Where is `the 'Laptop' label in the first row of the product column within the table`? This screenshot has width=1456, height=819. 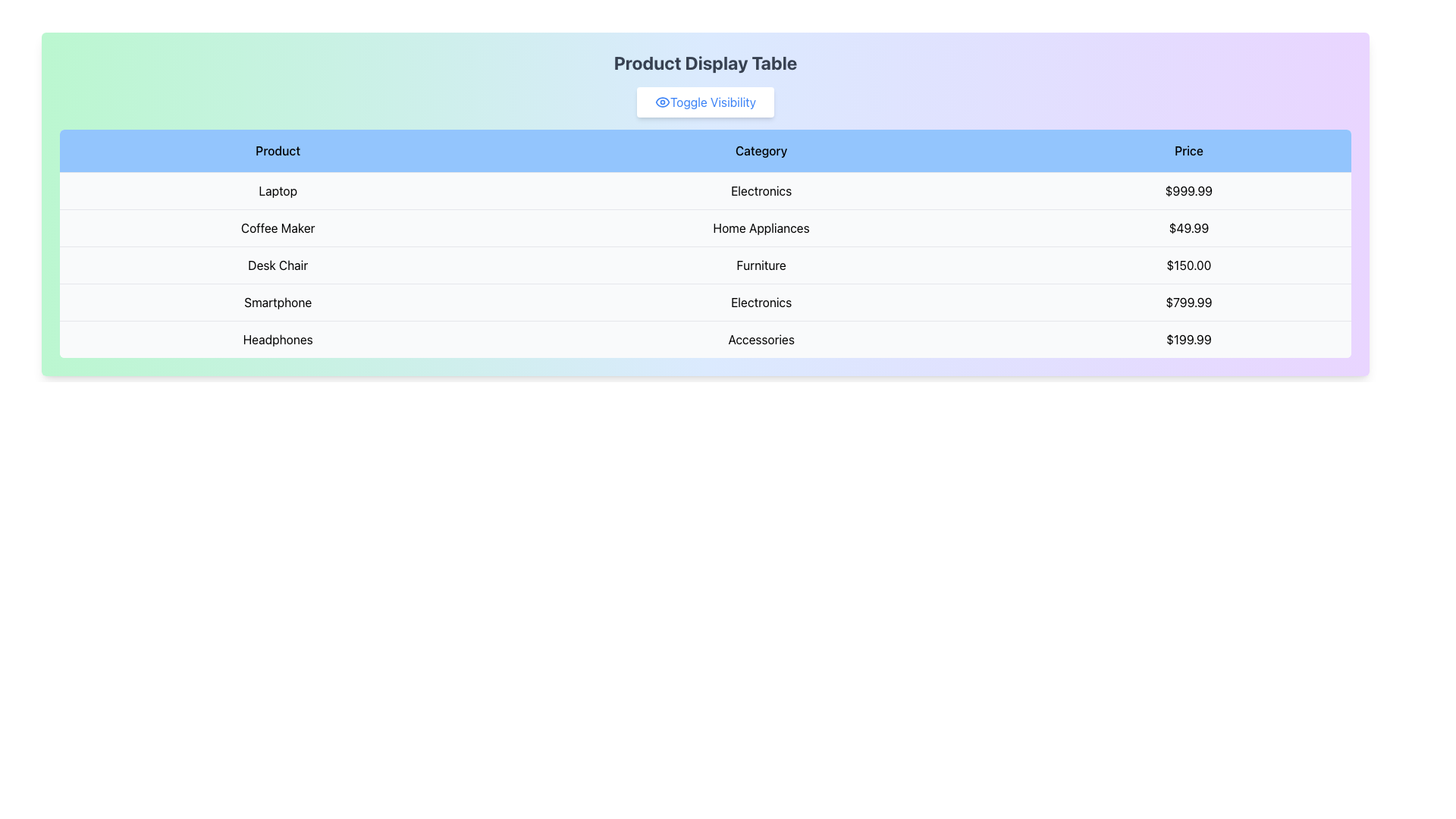 the 'Laptop' label in the first row of the product column within the table is located at coordinates (278, 190).